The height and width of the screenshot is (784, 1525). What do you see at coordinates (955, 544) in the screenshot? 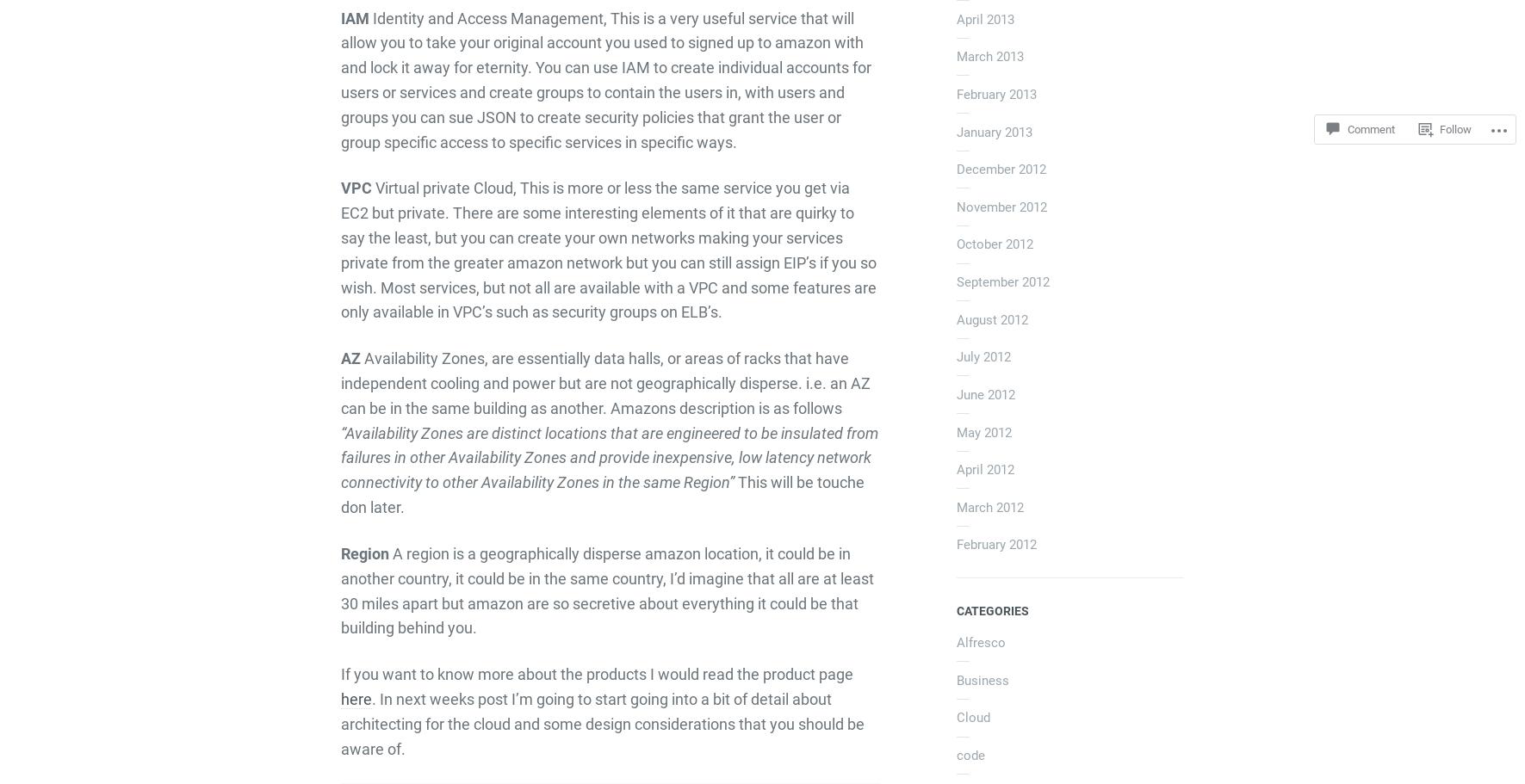
I see `'February 2012'` at bounding box center [955, 544].